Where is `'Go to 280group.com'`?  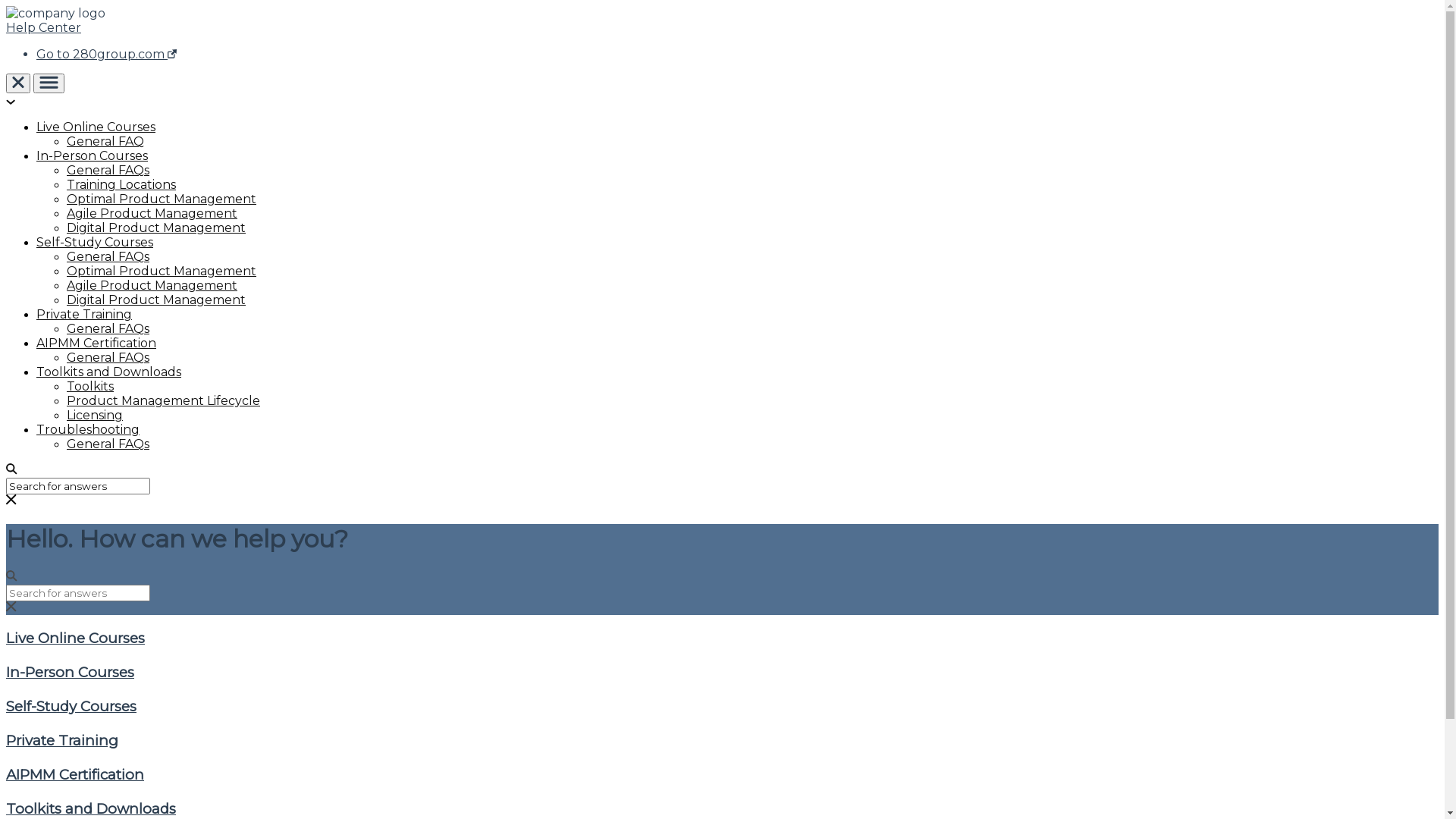 'Go to 280group.com' is located at coordinates (105, 53).